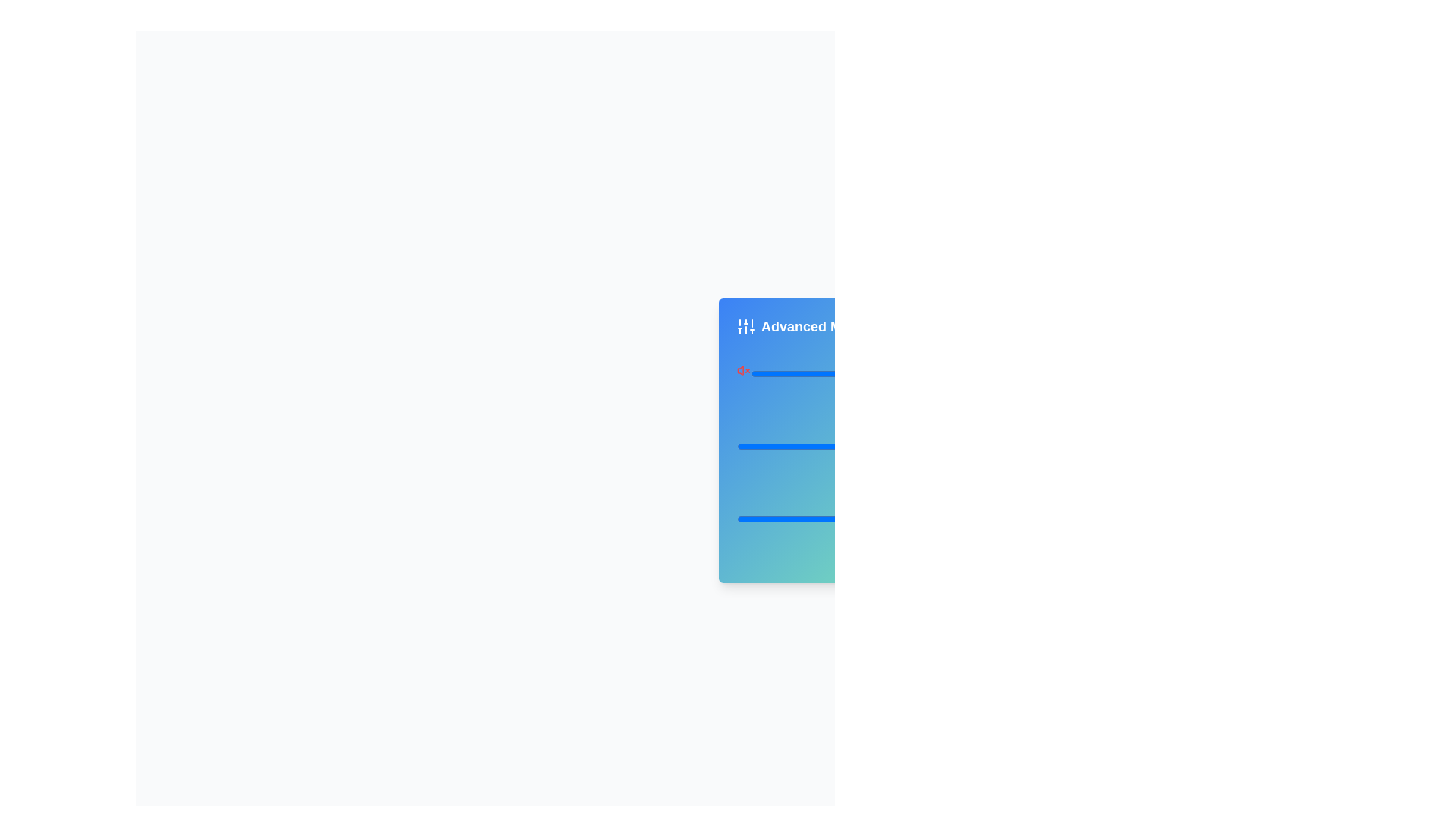 The width and height of the screenshot is (1456, 819). Describe the element at coordinates (908, 368) in the screenshot. I see `the slider value` at that location.